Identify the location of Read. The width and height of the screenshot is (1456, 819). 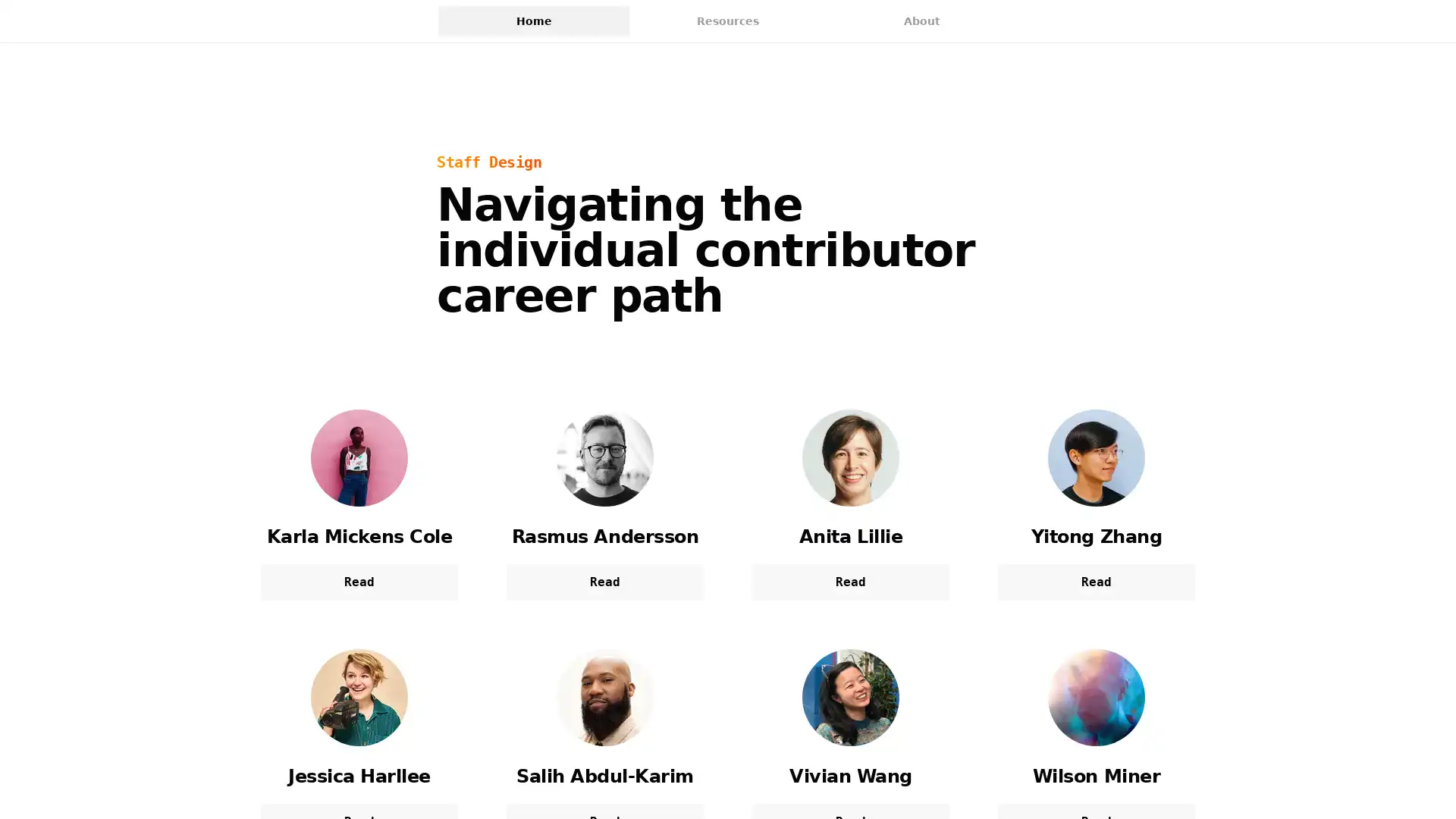
(851, 581).